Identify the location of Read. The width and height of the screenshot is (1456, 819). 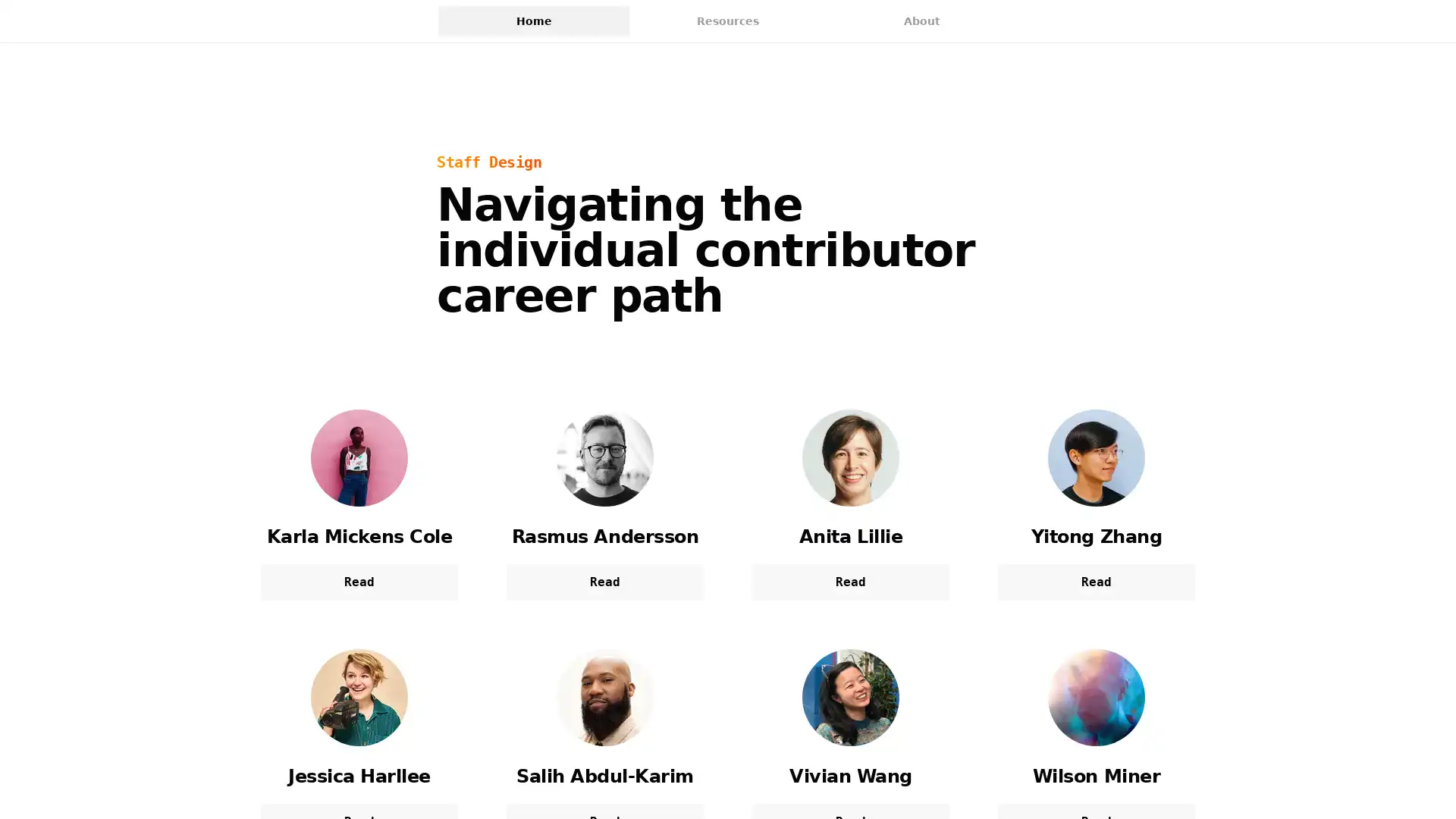
(851, 581).